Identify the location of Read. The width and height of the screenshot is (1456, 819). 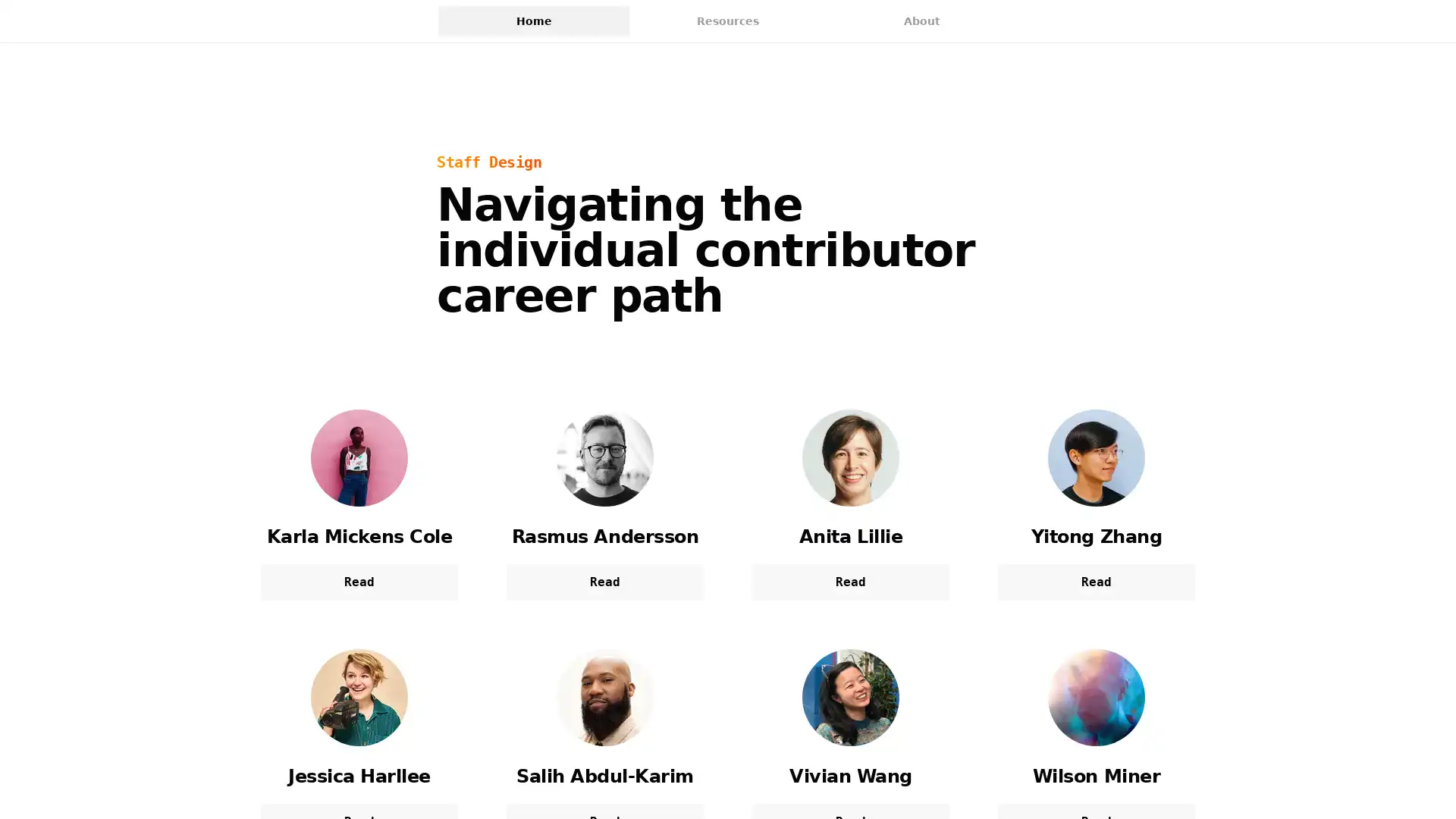
(851, 581).